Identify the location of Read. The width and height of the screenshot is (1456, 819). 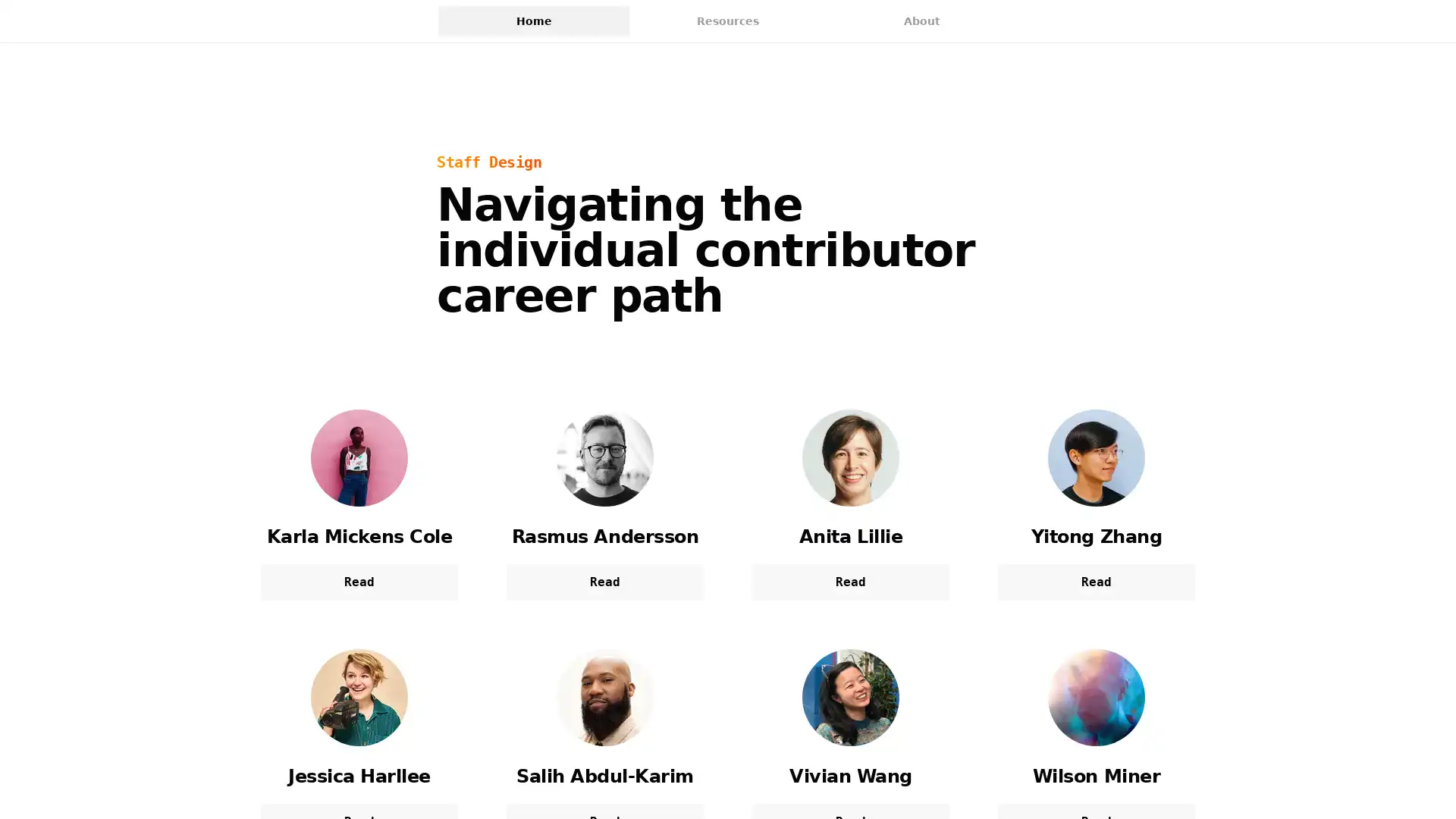
(851, 581).